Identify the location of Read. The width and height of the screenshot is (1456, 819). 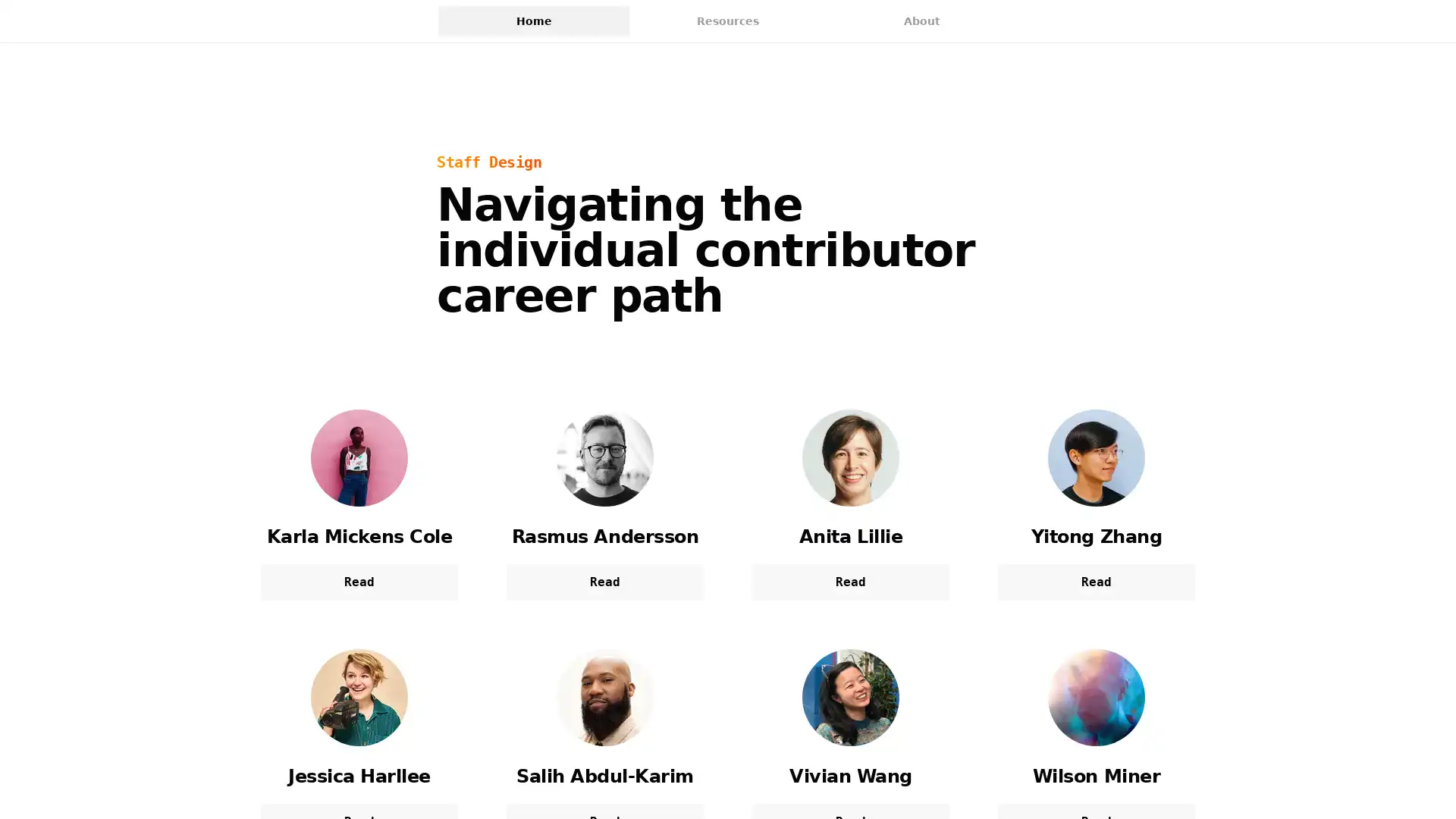
(851, 581).